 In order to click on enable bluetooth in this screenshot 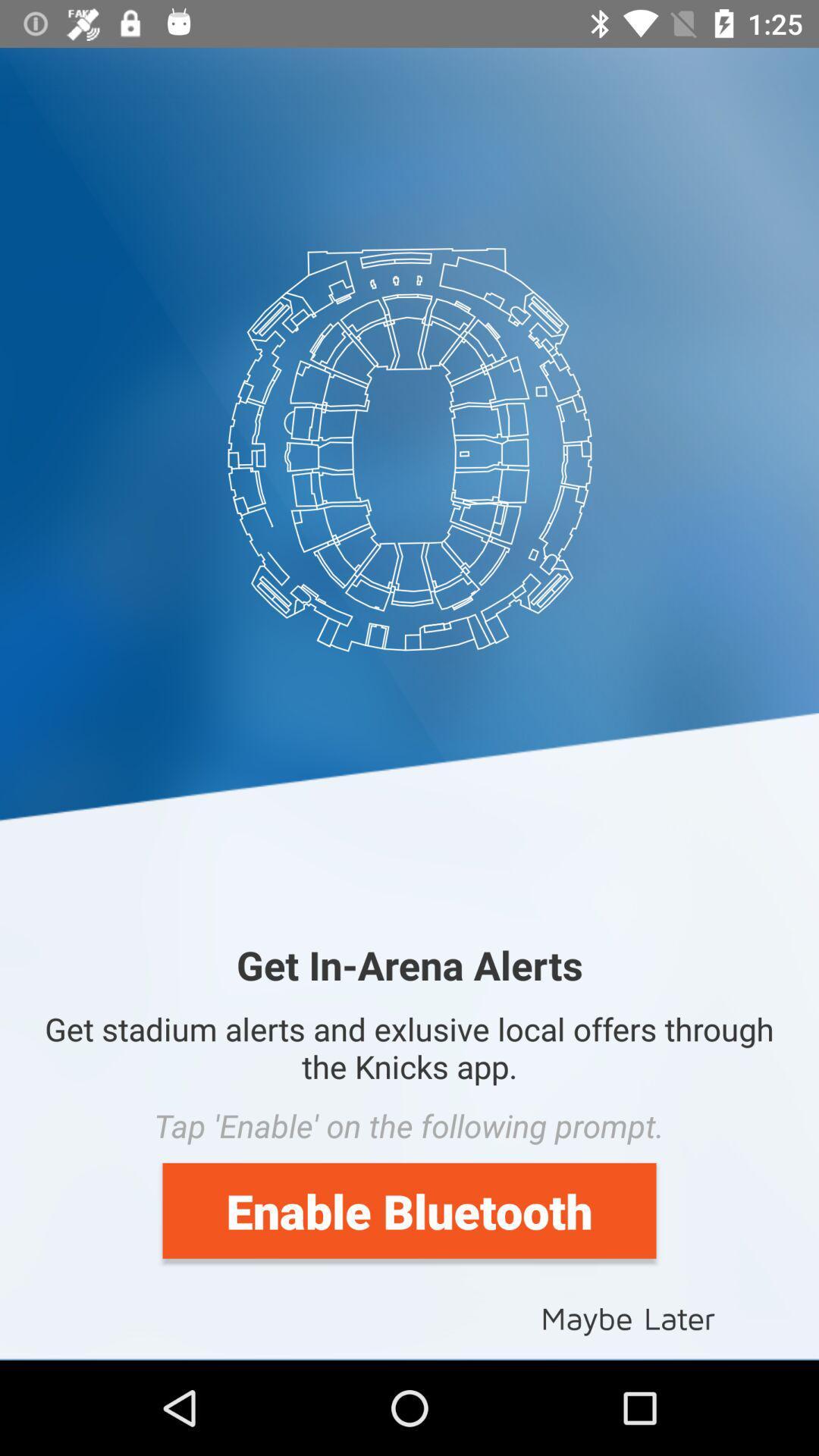, I will do `click(409, 1210)`.